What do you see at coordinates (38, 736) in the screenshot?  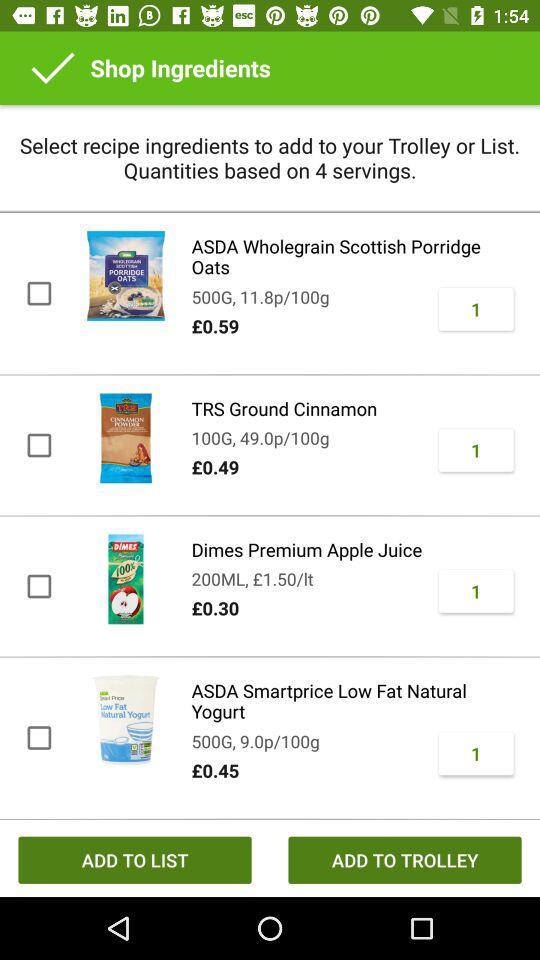 I see `the fourth check box` at bounding box center [38, 736].